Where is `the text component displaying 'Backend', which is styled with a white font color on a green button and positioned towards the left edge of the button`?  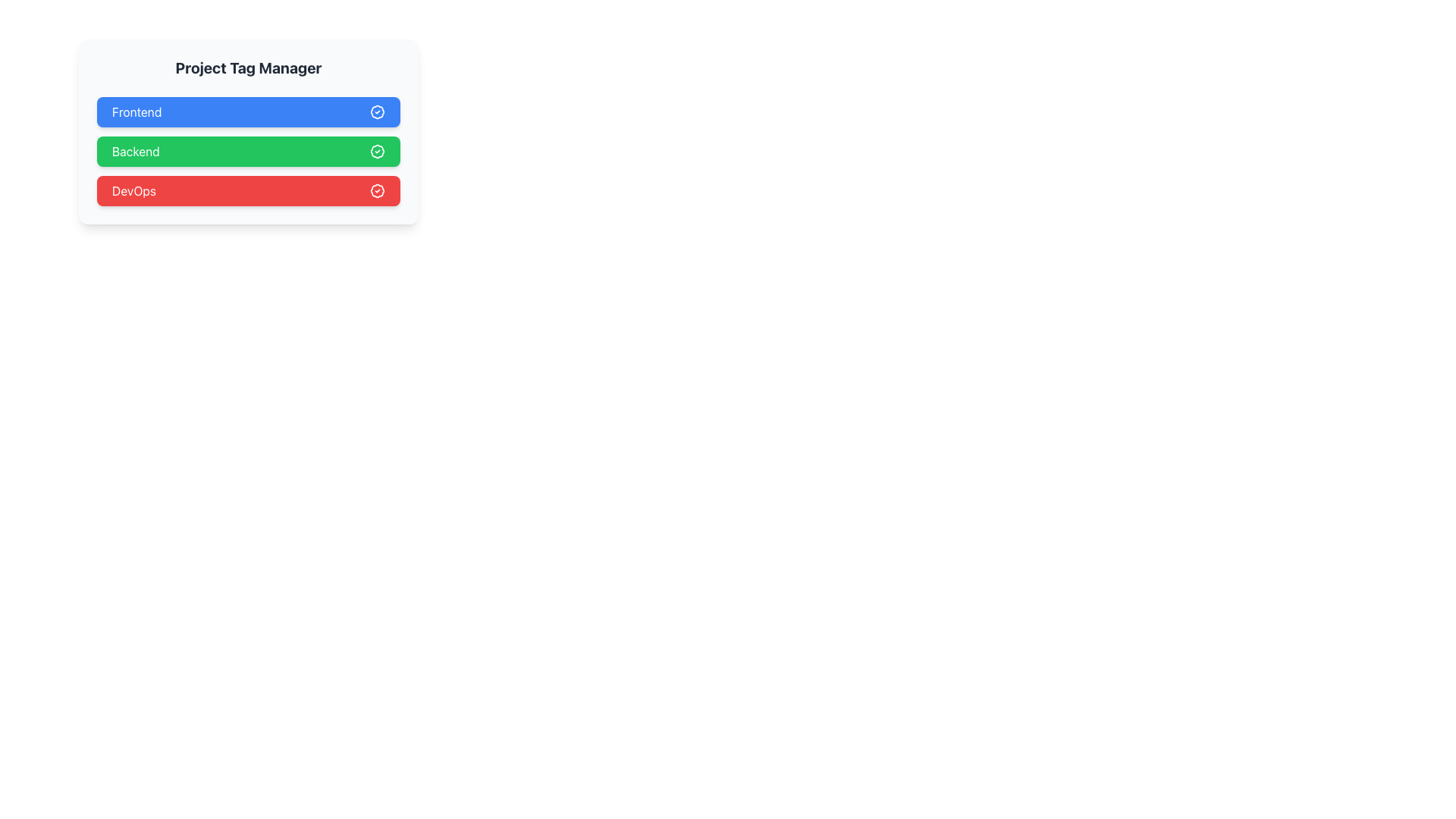 the text component displaying 'Backend', which is styled with a white font color on a green button and positioned towards the left edge of the button is located at coordinates (136, 152).